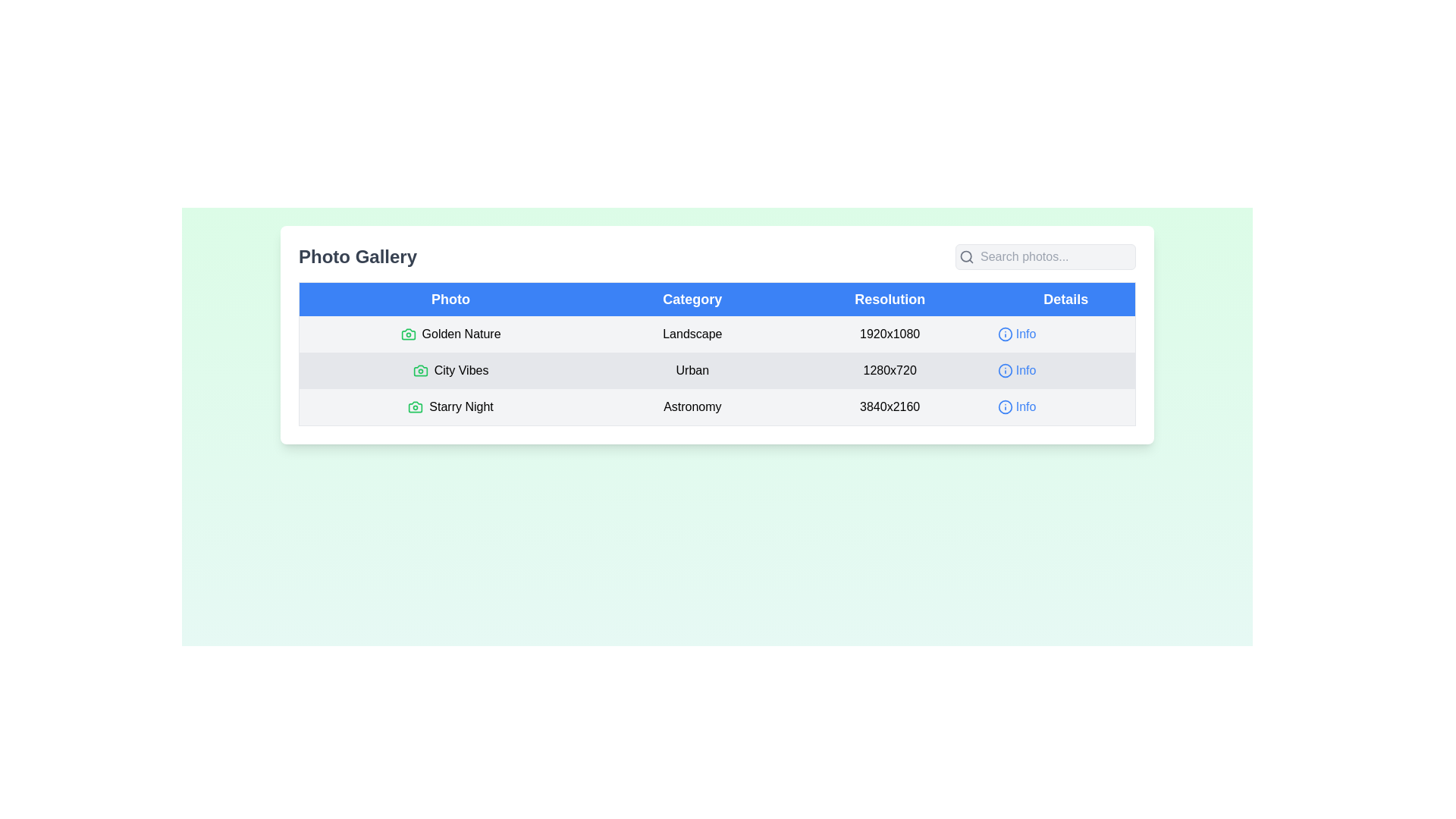 The width and height of the screenshot is (1456, 819). Describe the element at coordinates (1005, 371) in the screenshot. I see `the Information icon in the 'Details' column of the second row of the table` at that location.